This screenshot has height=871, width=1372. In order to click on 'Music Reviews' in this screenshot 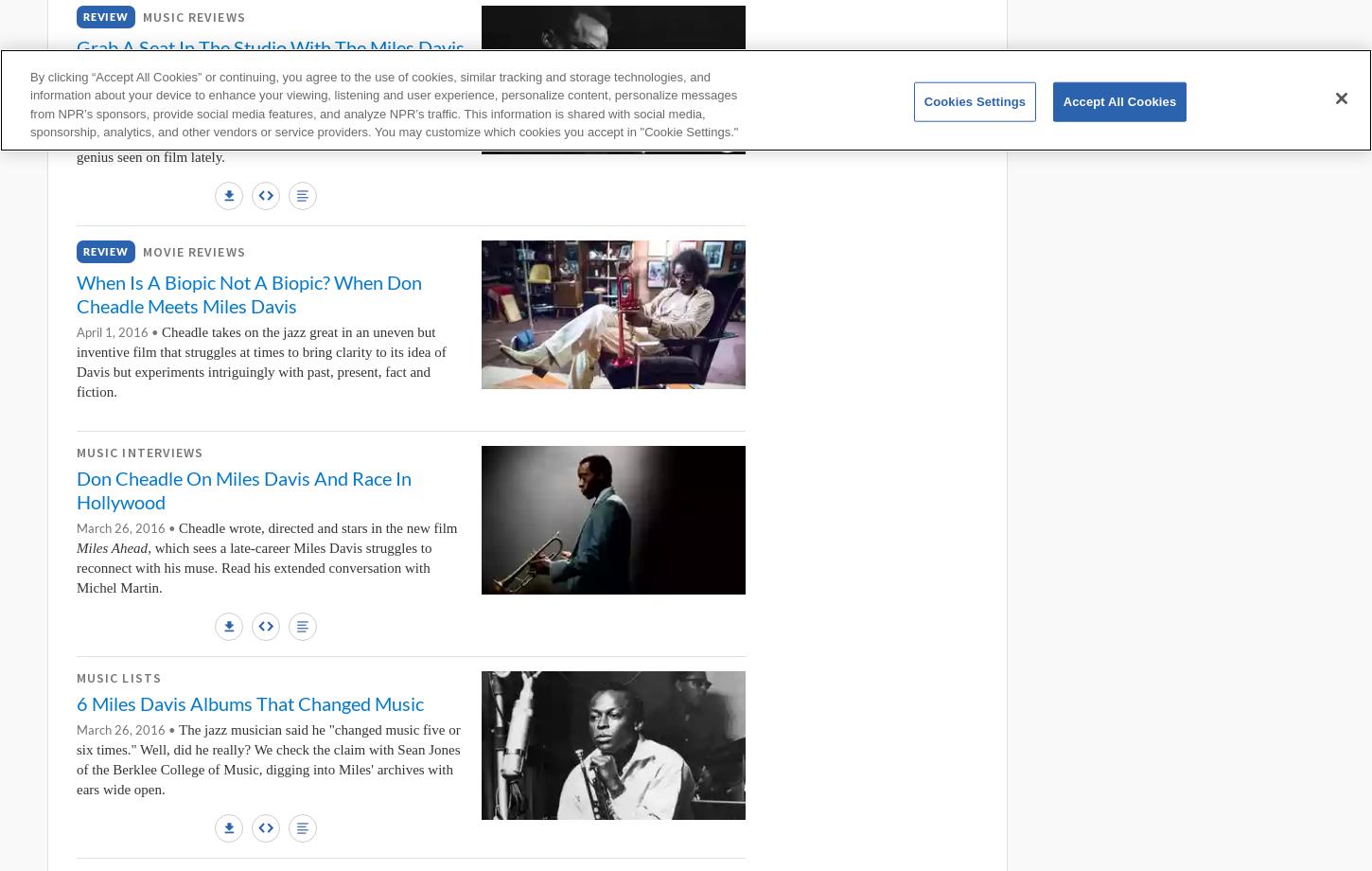, I will do `click(192, 16)`.